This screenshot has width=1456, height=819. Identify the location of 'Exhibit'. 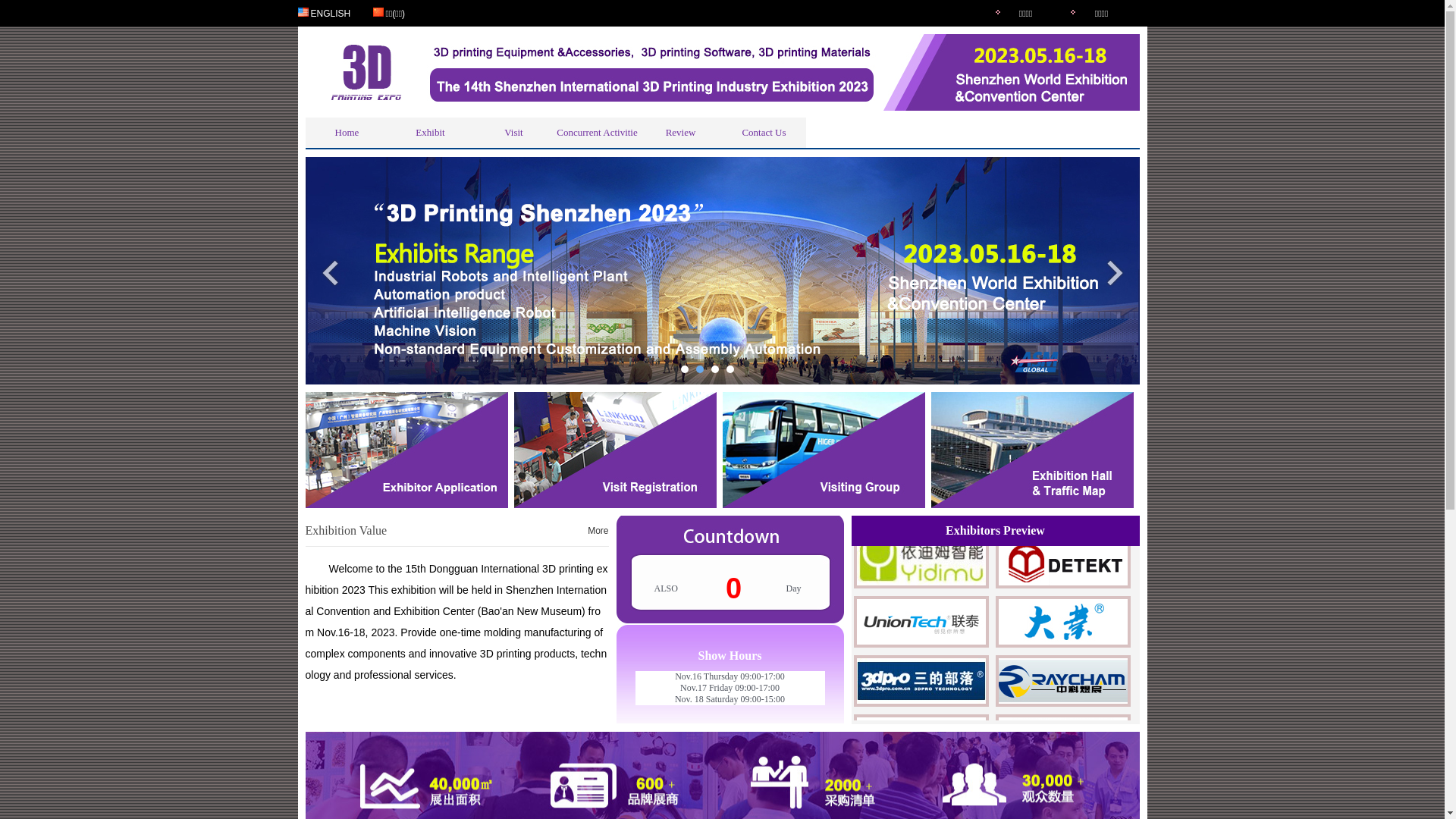
(388, 131).